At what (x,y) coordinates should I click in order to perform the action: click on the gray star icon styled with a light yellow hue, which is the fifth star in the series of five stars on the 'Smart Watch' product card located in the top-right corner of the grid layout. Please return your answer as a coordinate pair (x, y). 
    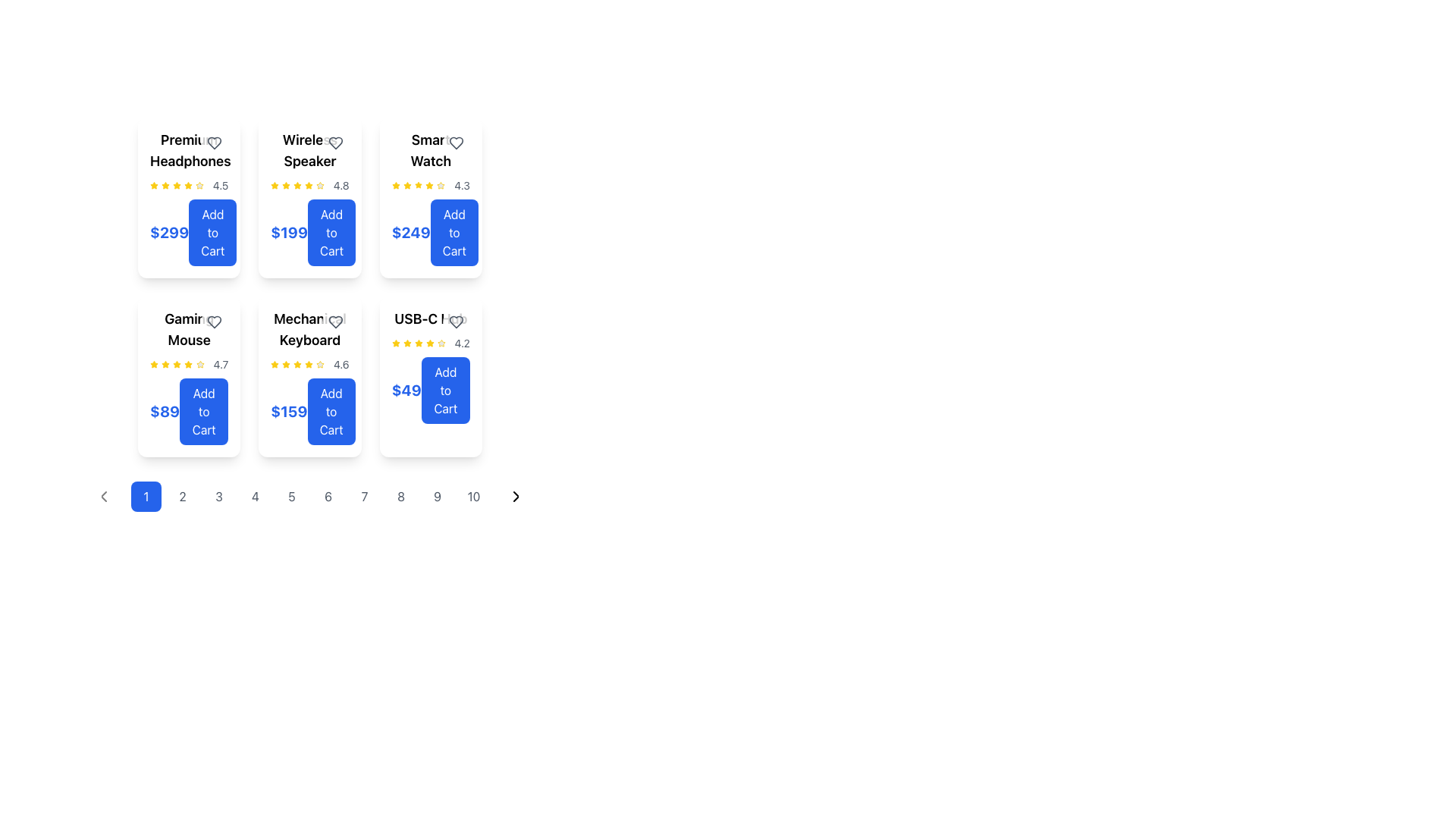
    Looking at the image, I should click on (440, 185).